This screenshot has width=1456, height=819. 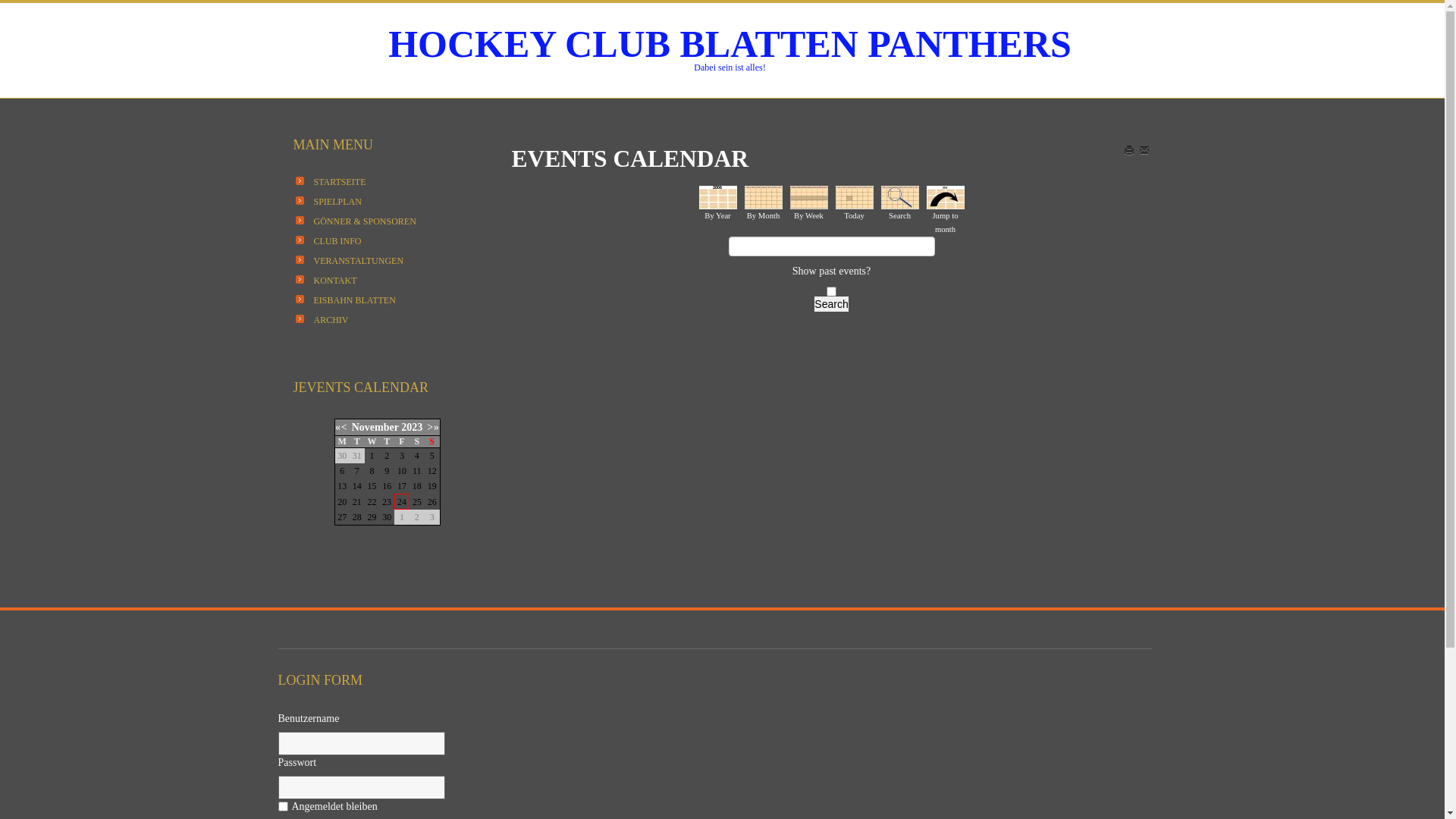 I want to click on '29', so click(x=371, y=516).